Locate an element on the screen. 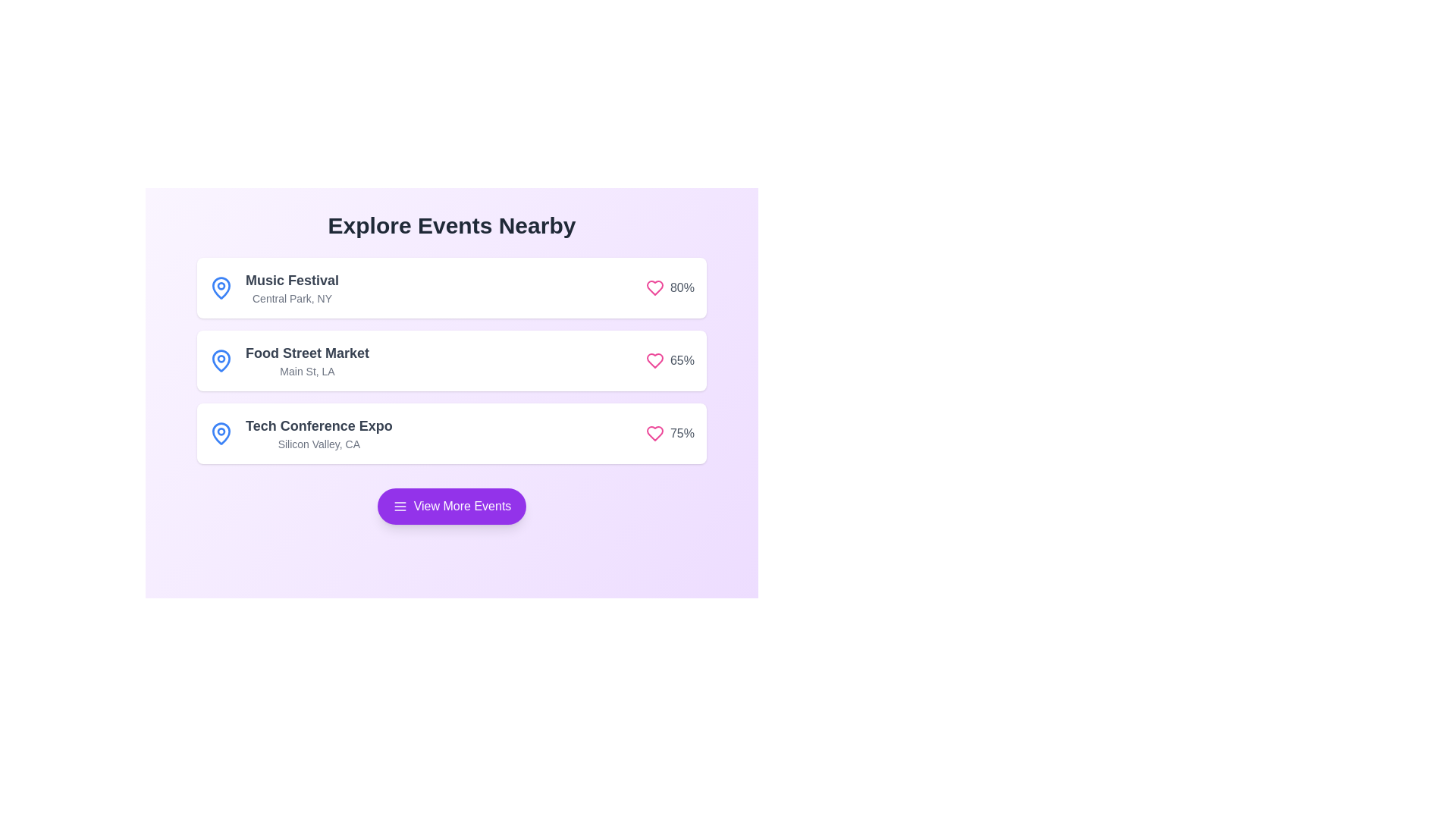  the favorite icon located to the far right of the 'Food Street Market' item in the center column, which represents a like action is located at coordinates (655, 433).